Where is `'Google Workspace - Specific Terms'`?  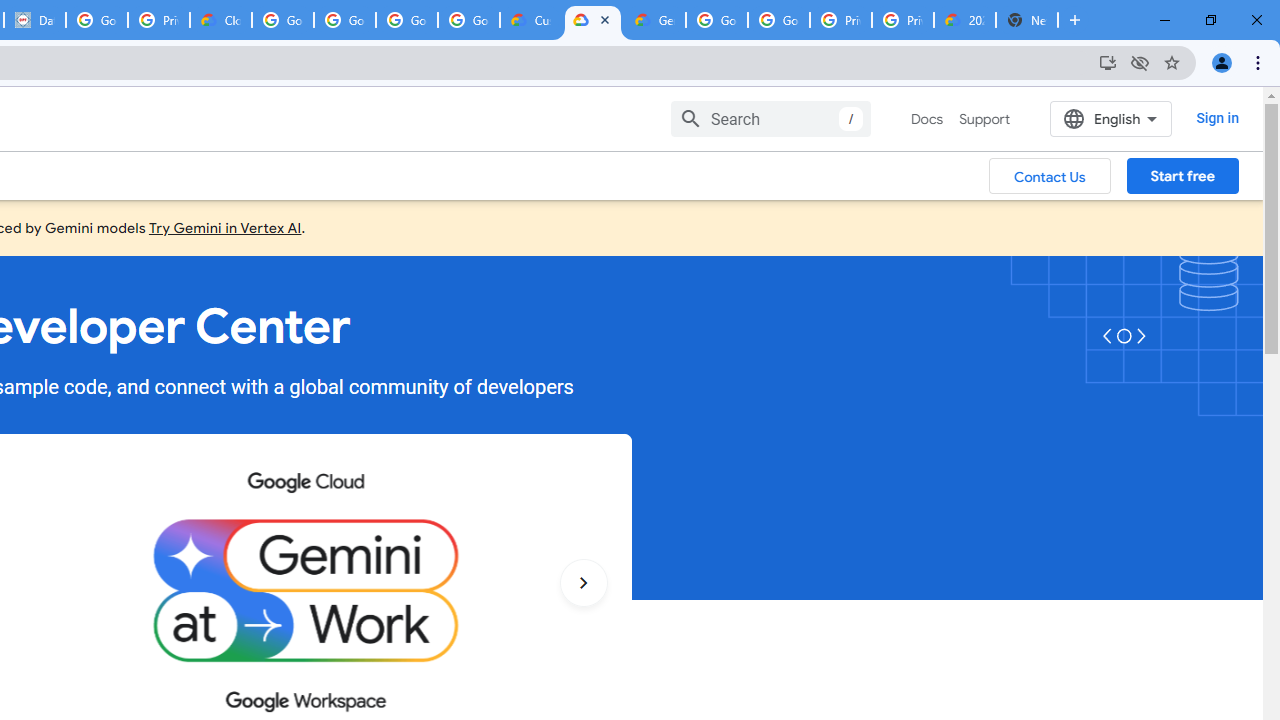
'Google Workspace - Specific Terms' is located at coordinates (406, 20).